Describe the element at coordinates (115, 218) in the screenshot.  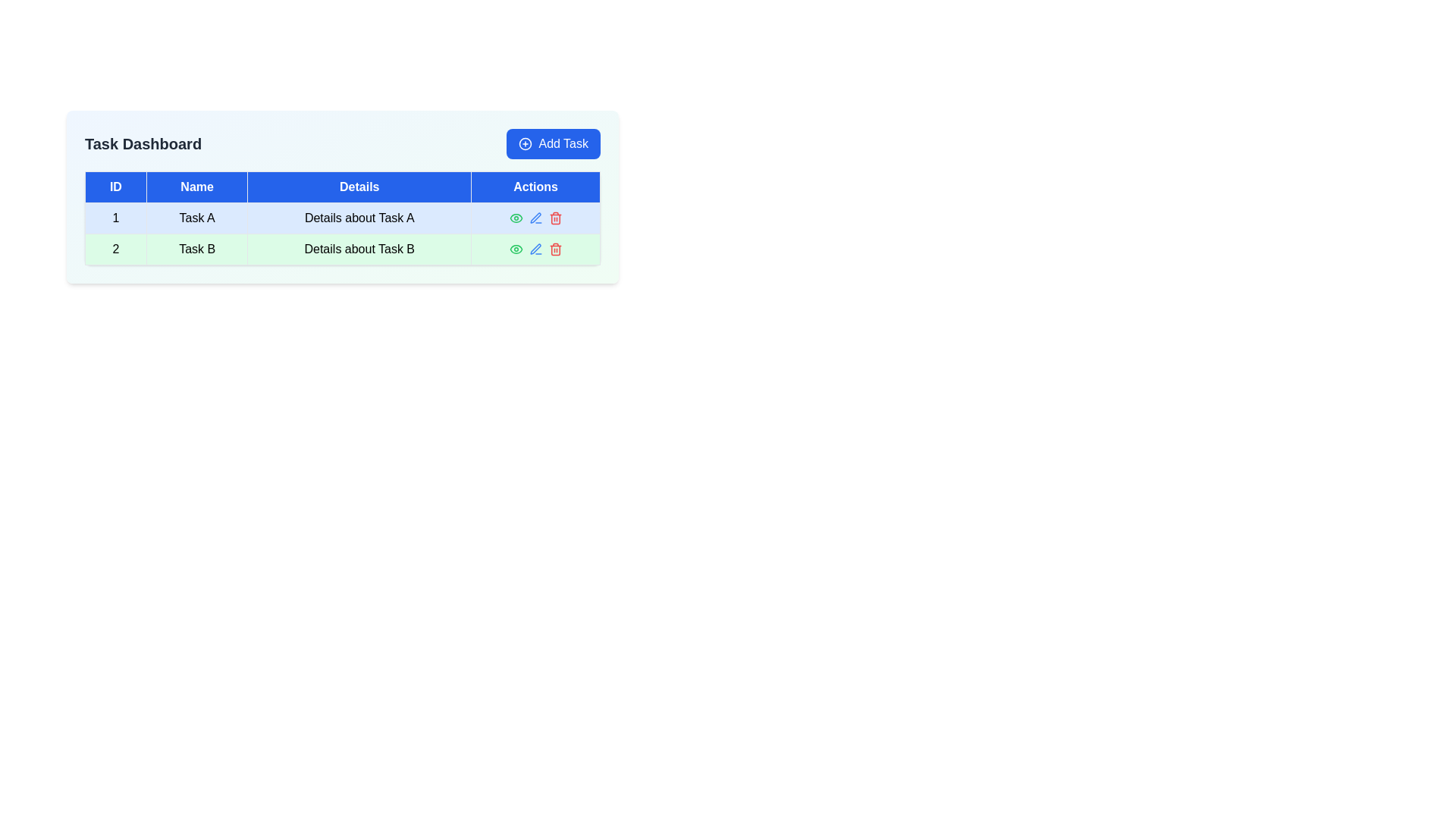
I see `the table cell containing the number '1' in the first column of the first row` at that location.